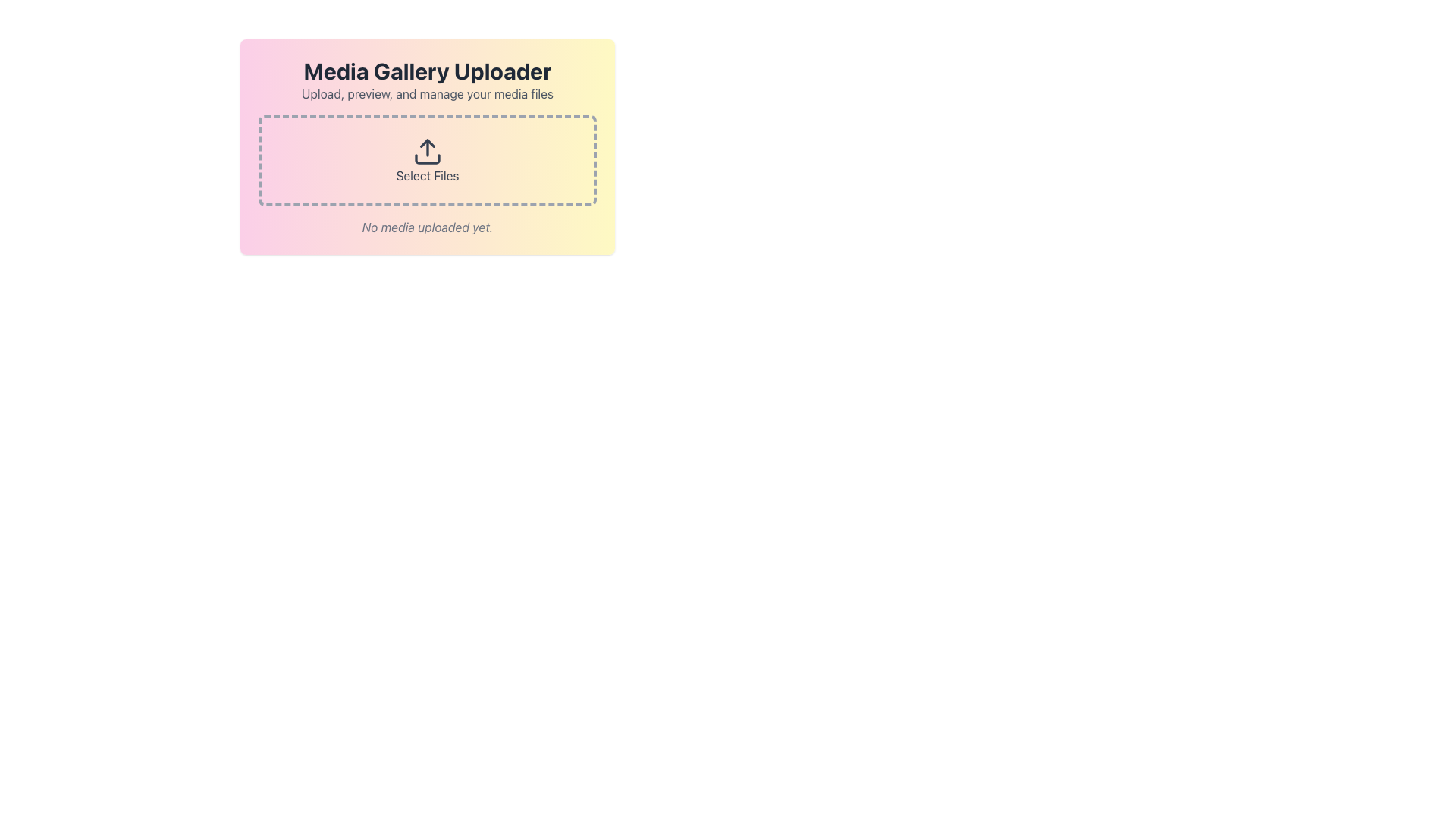  What do you see at coordinates (427, 80) in the screenshot?
I see `text from the Informative Header Section, which includes the heading 'Media Gallery Uploader' and the subtitle 'Upload, preview, and manage your media files.'` at bounding box center [427, 80].